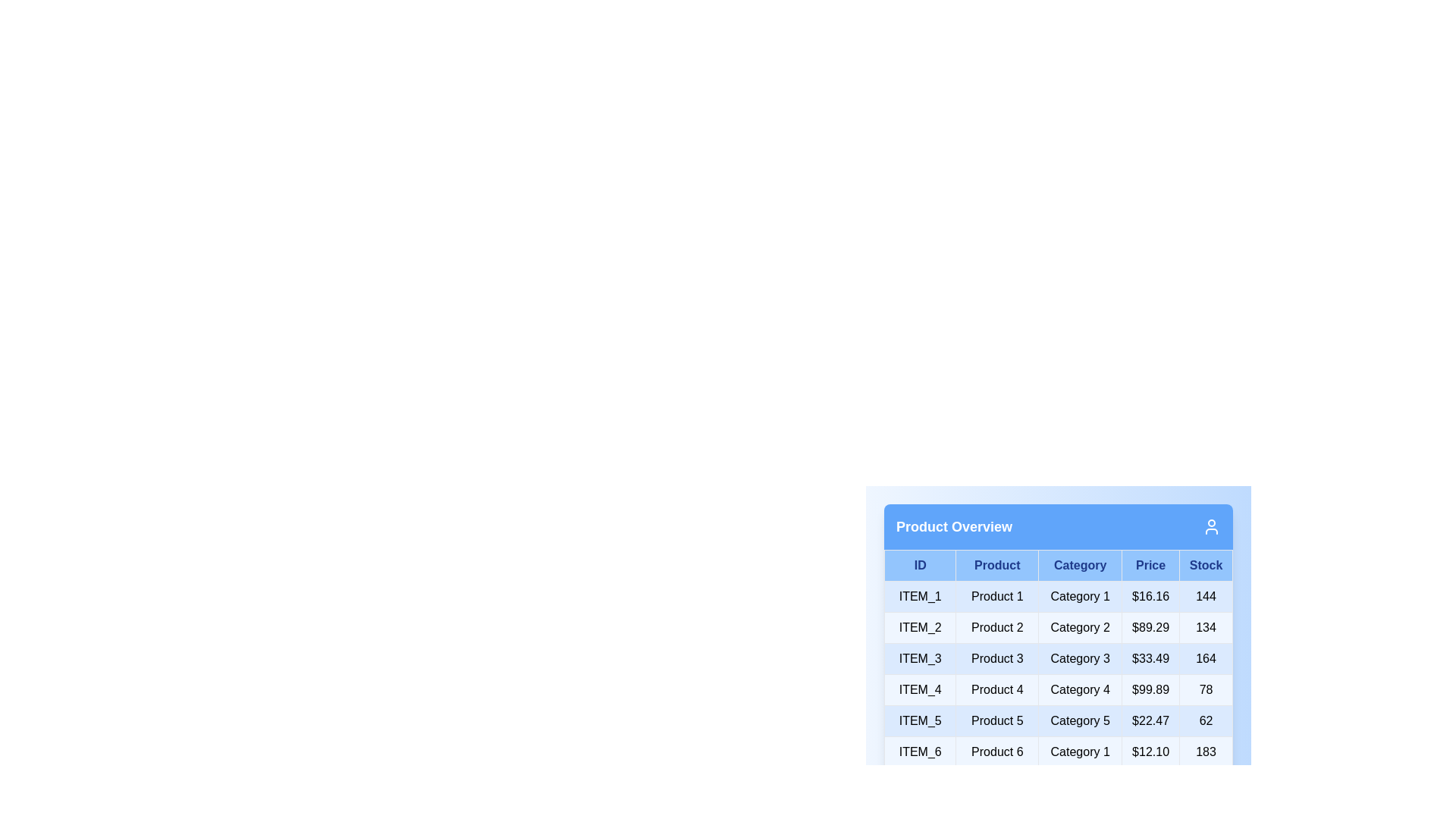  Describe the element at coordinates (953, 526) in the screenshot. I see `the 'Product Overview' header to highlight the text` at that location.